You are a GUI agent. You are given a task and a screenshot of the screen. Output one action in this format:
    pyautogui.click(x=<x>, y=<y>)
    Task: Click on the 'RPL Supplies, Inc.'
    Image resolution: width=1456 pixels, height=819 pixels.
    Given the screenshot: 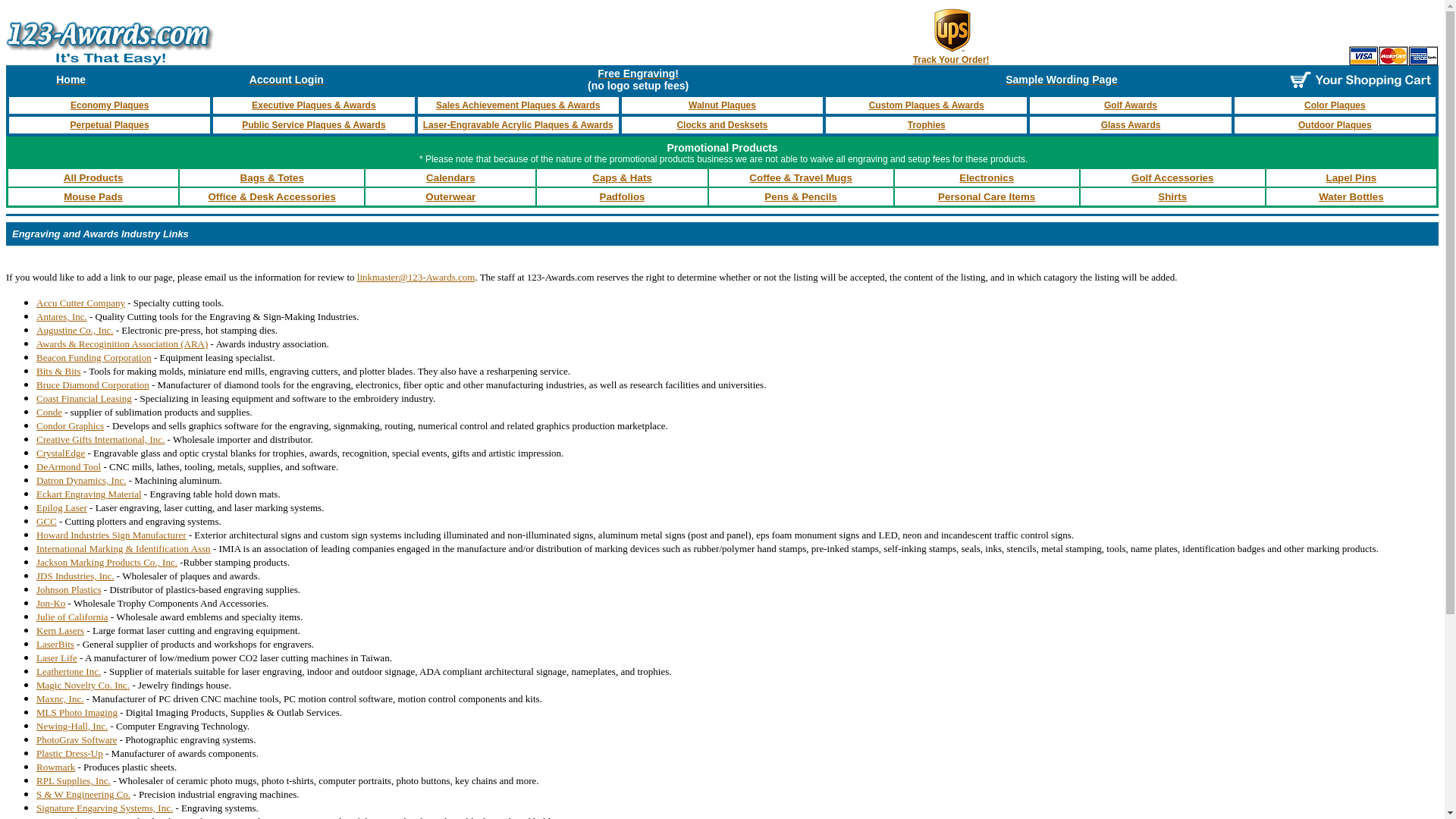 What is the action you would take?
    pyautogui.click(x=72, y=780)
    